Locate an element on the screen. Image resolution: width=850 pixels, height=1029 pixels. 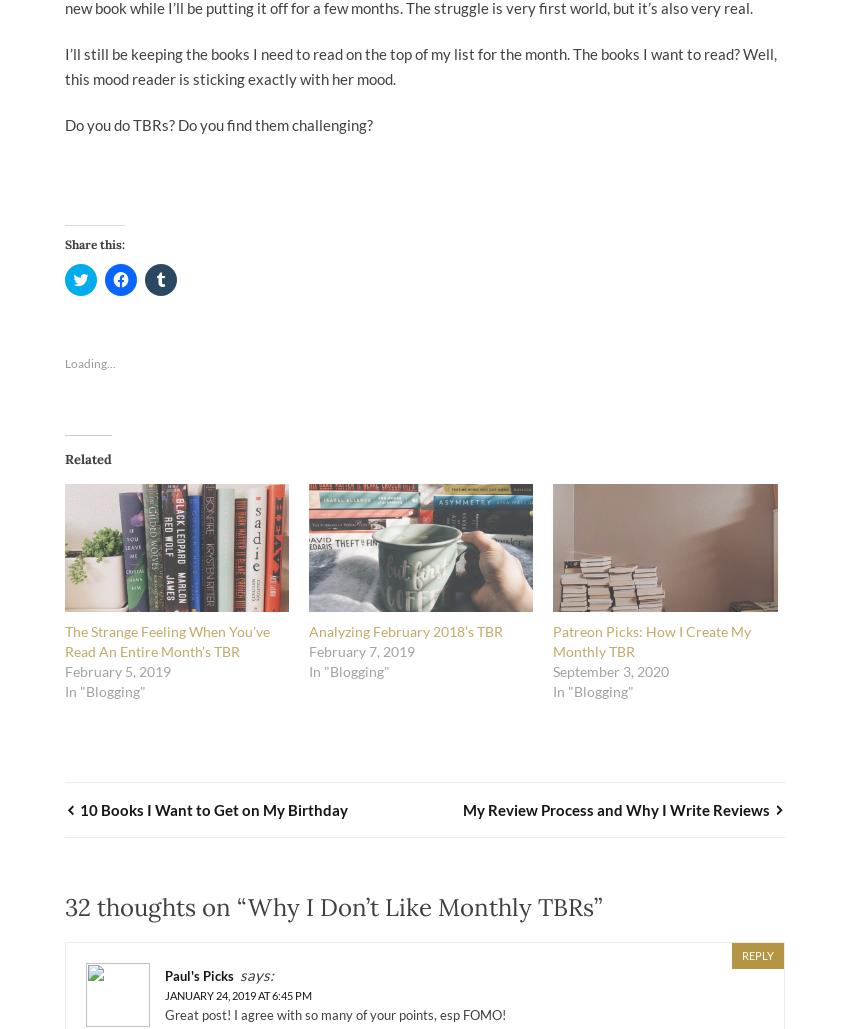
'I’ll still be keeping the books I need to read on the top of my list for the month. The books I want to read? Well, this mood reader is sticking exactly with her mood.' is located at coordinates (421, 65).